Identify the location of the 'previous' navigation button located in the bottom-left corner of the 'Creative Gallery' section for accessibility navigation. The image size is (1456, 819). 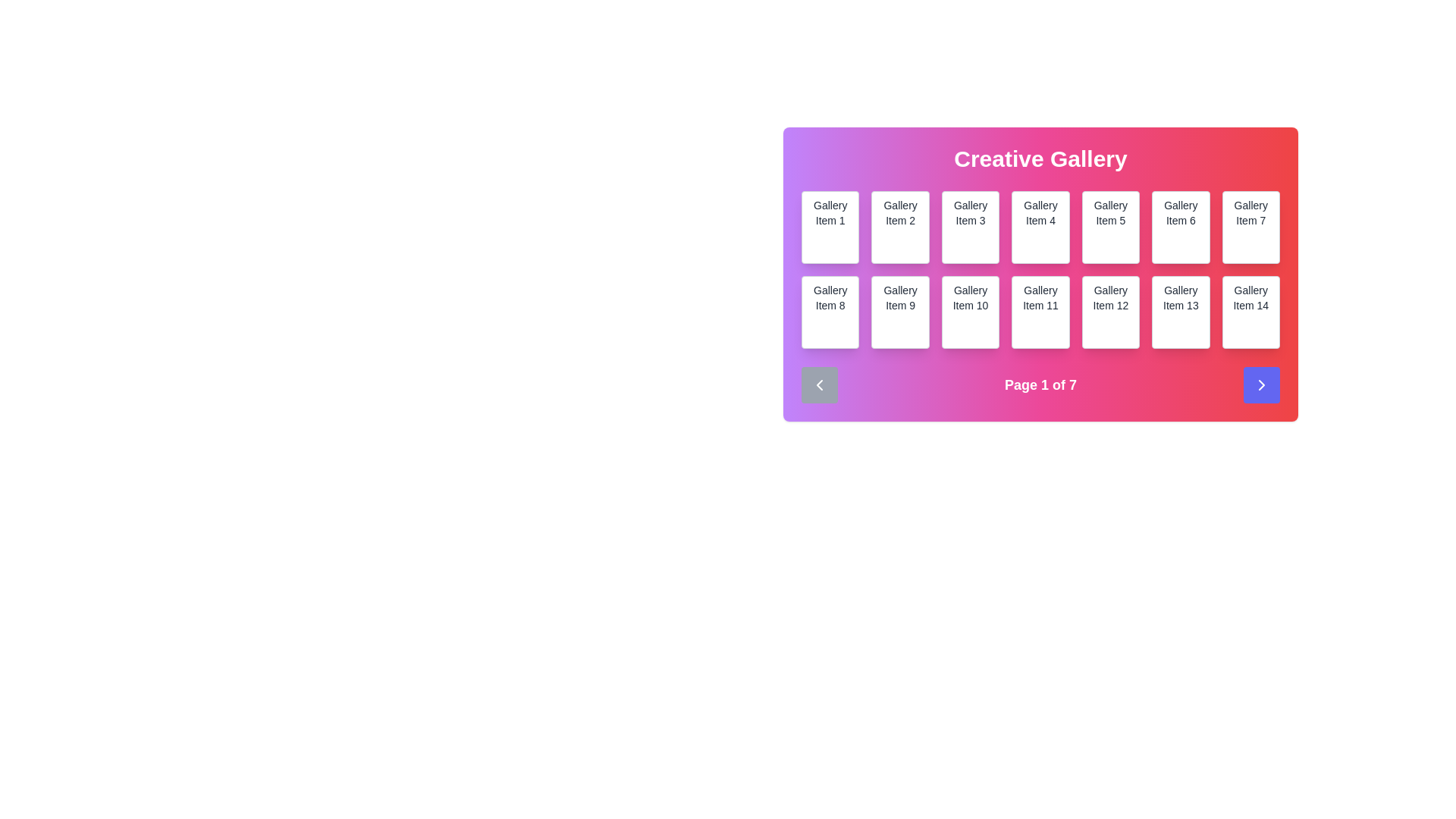
(818, 384).